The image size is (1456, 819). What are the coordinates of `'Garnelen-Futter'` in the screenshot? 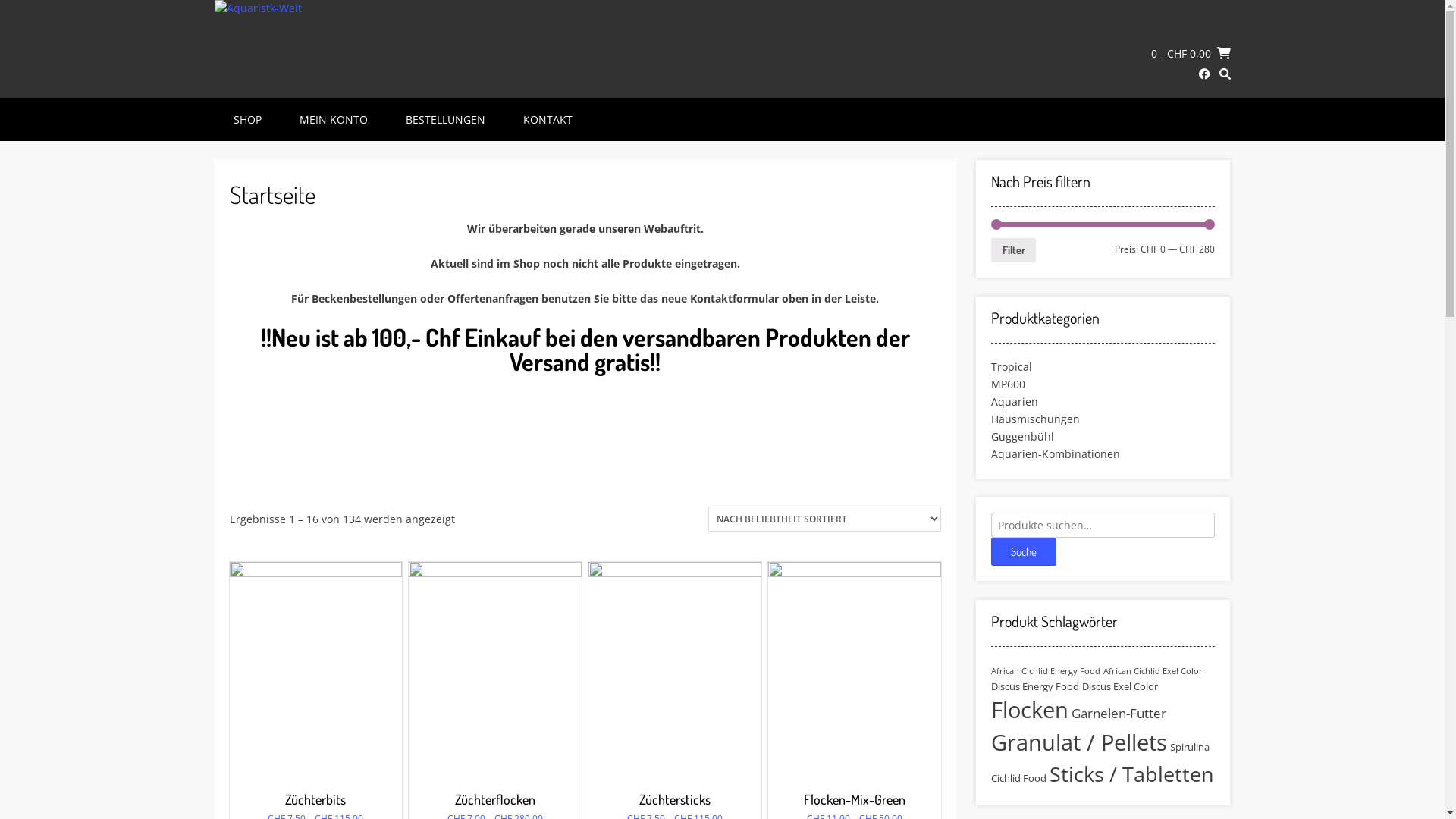 It's located at (1119, 713).